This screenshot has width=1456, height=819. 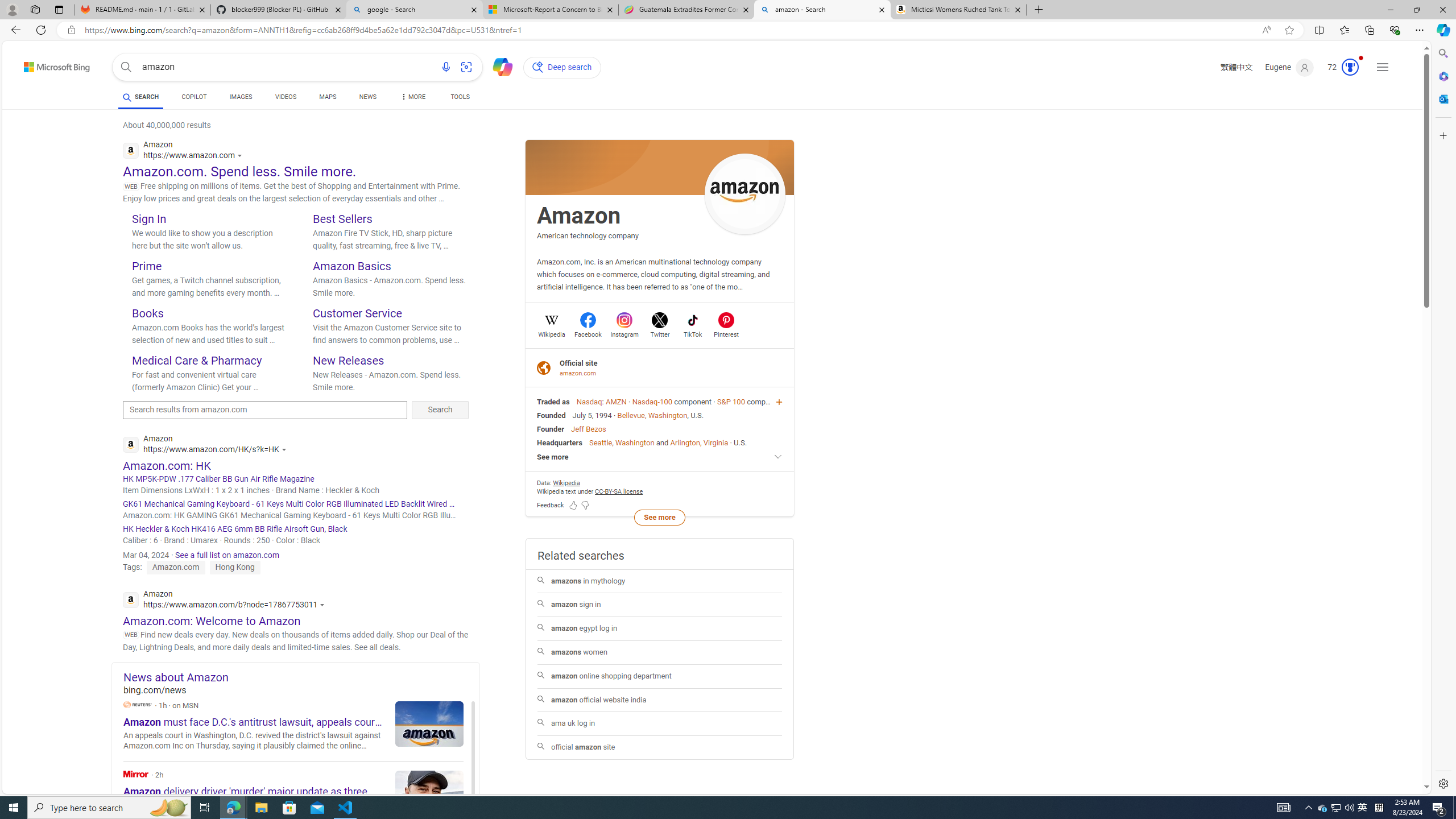 I want to click on 'See a full list on amazon.com', so click(x=227, y=555).